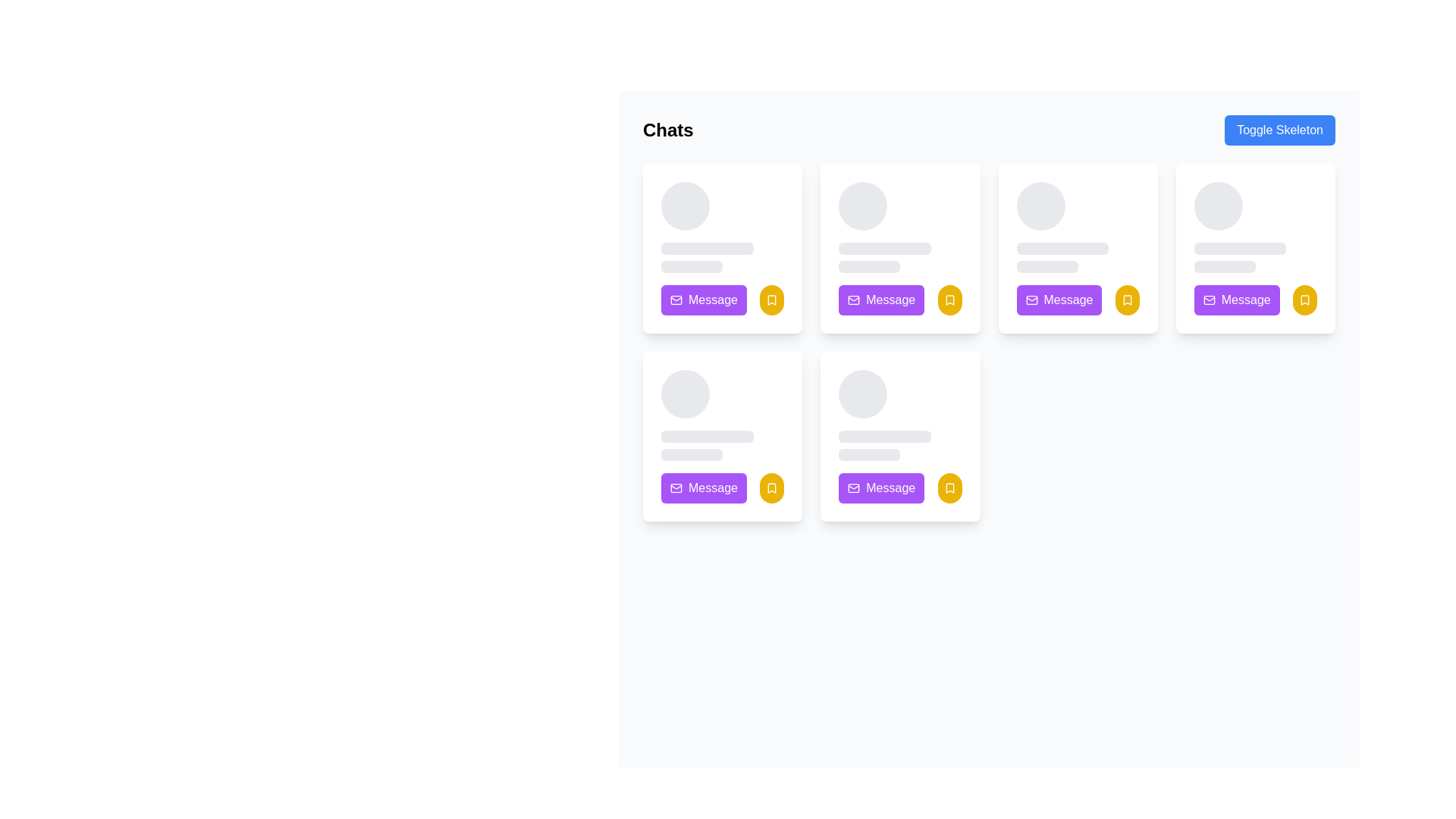 Image resolution: width=1456 pixels, height=819 pixels. What do you see at coordinates (1208, 300) in the screenshot?
I see `rectangular SVG Vector Graphic Component that represents a mail envelope, located within the third card on the top row of the user cards grid` at bounding box center [1208, 300].